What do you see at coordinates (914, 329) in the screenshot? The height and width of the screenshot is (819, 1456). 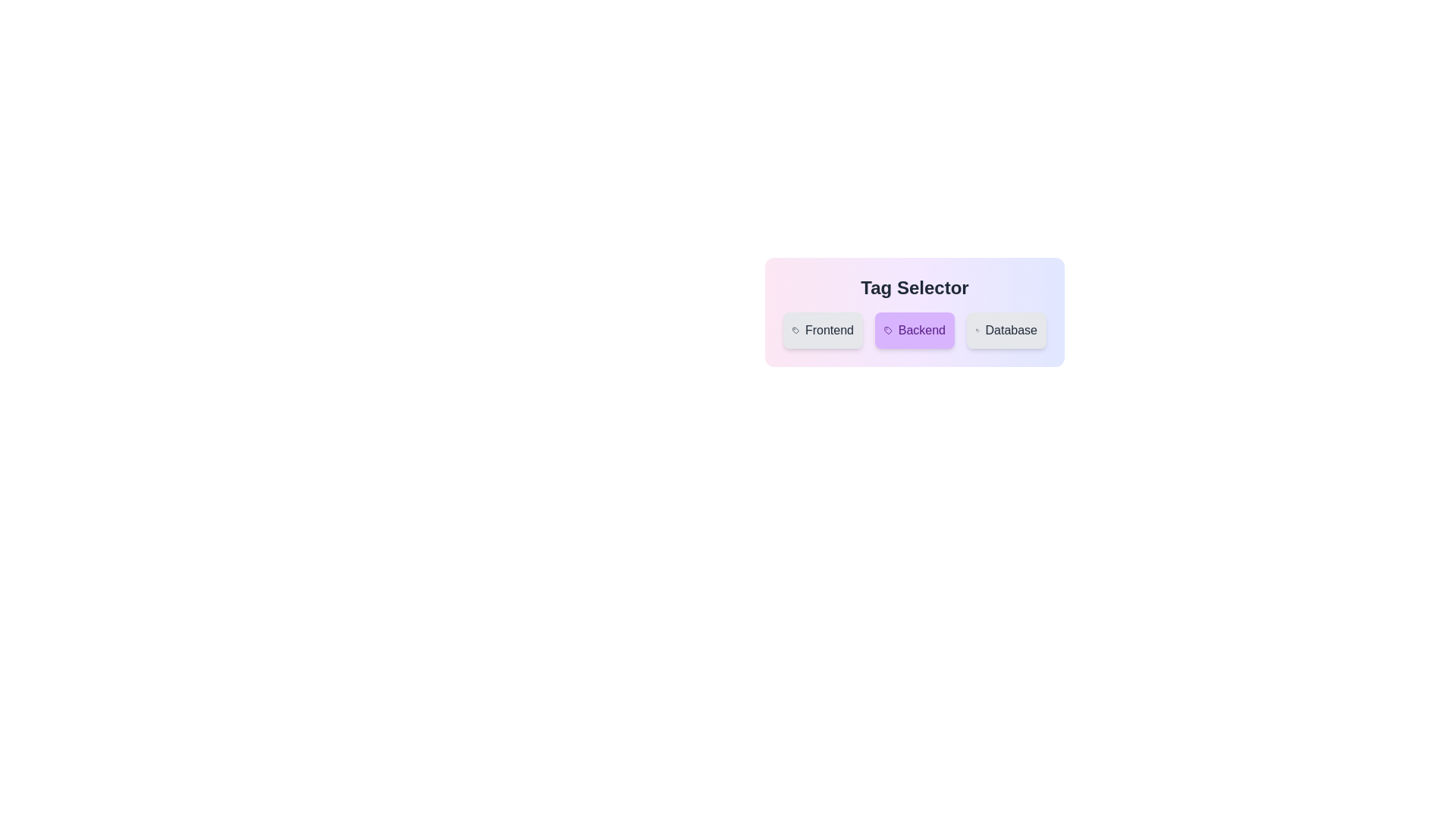 I see `the tag Backend` at bounding box center [914, 329].